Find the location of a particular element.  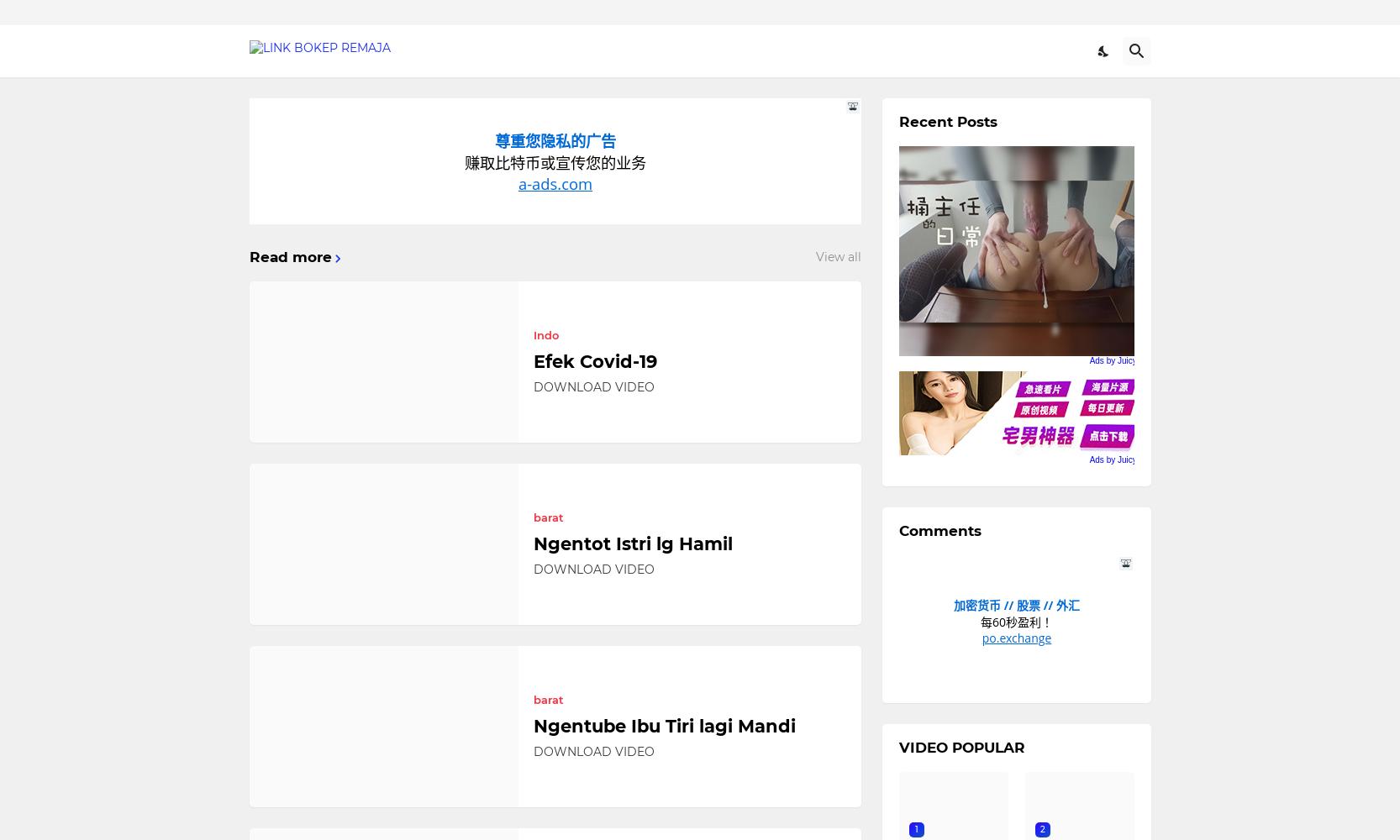

'2' is located at coordinates (1042, 827).